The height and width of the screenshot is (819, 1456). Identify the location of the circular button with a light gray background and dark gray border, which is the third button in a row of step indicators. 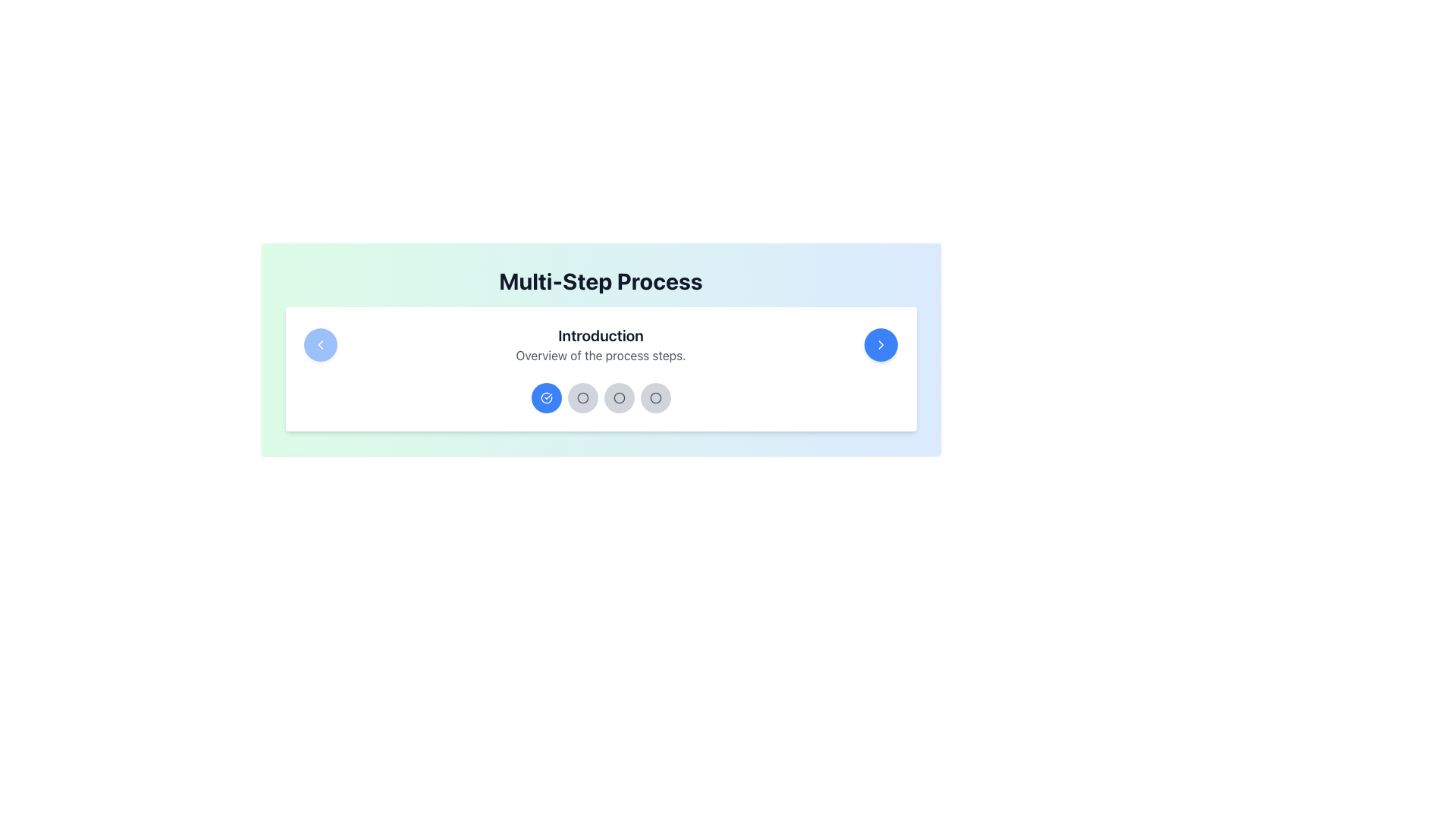
(582, 397).